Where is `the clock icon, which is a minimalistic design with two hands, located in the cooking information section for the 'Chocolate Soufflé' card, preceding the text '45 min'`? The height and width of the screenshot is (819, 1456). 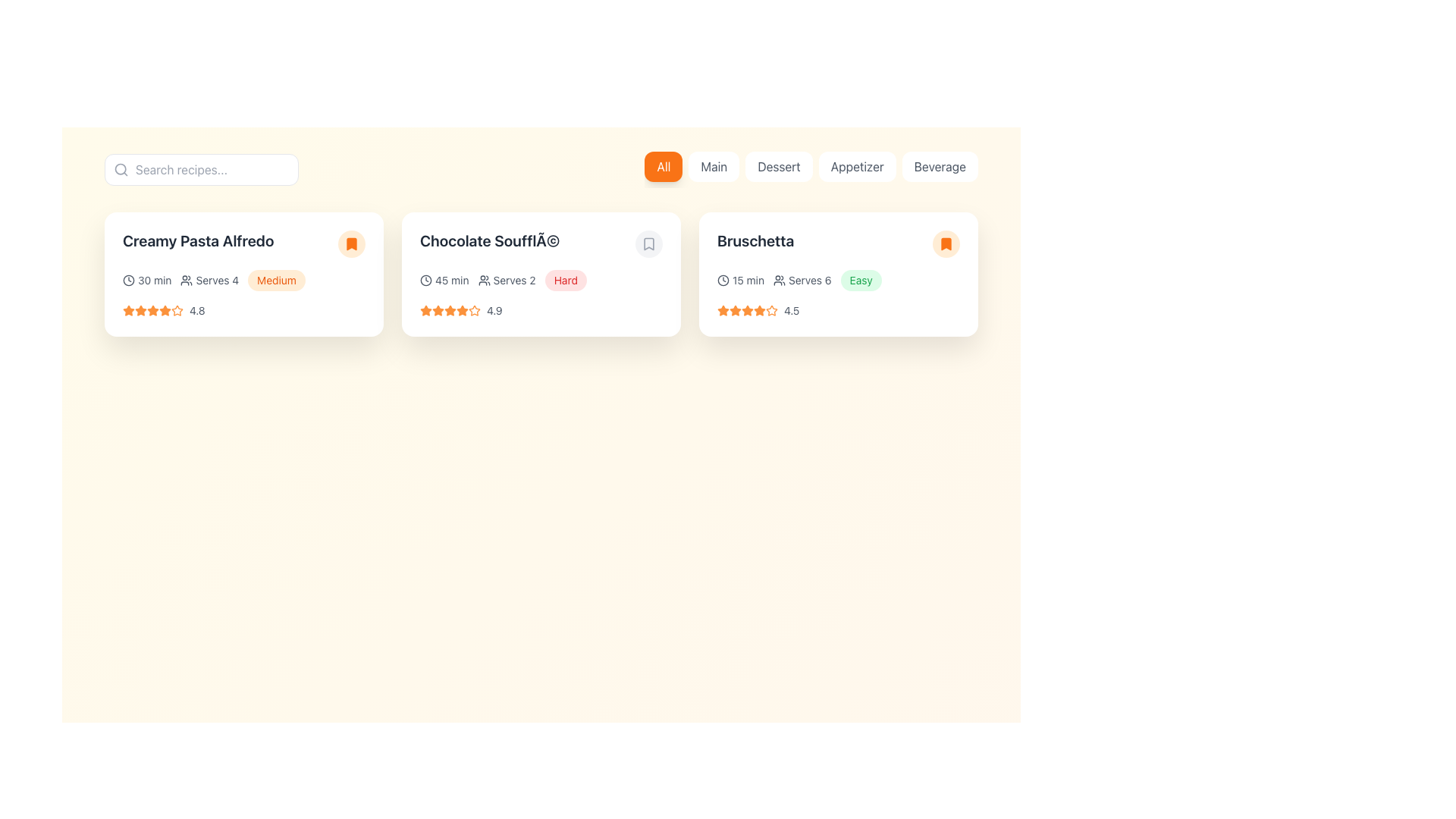
the clock icon, which is a minimalistic design with two hands, located in the cooking information section for the 'Chocolate Soufflé' card, preceding the text '45 min' is located at coordinates (425, 281).